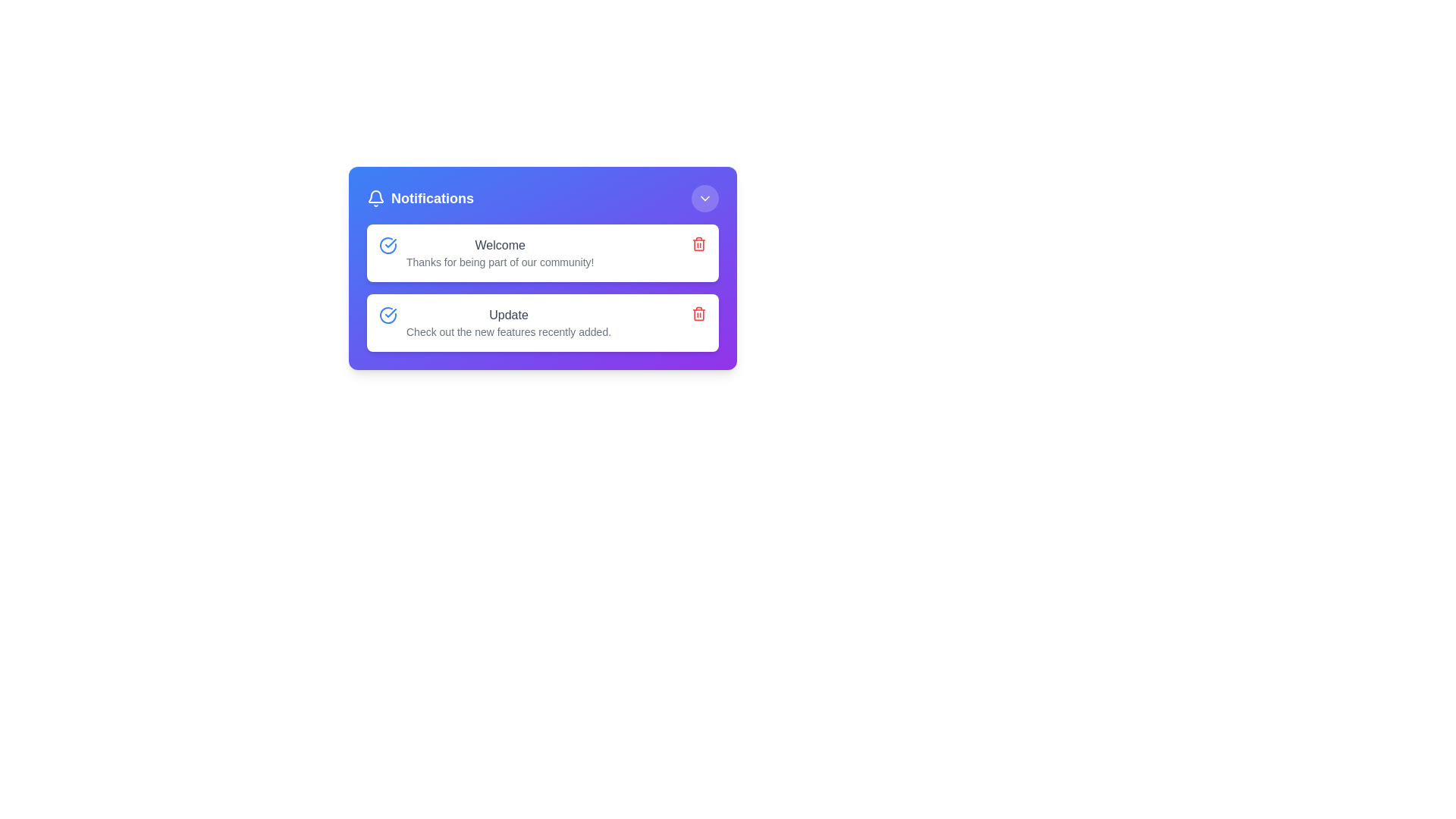  Describe the element at coordinates (500, 245) in the screenshot. I see `the static text element displaying 'Welcome' in gray color, located in the notification card's top row, above the text 'Thanks for being part of our community!'` at that location.